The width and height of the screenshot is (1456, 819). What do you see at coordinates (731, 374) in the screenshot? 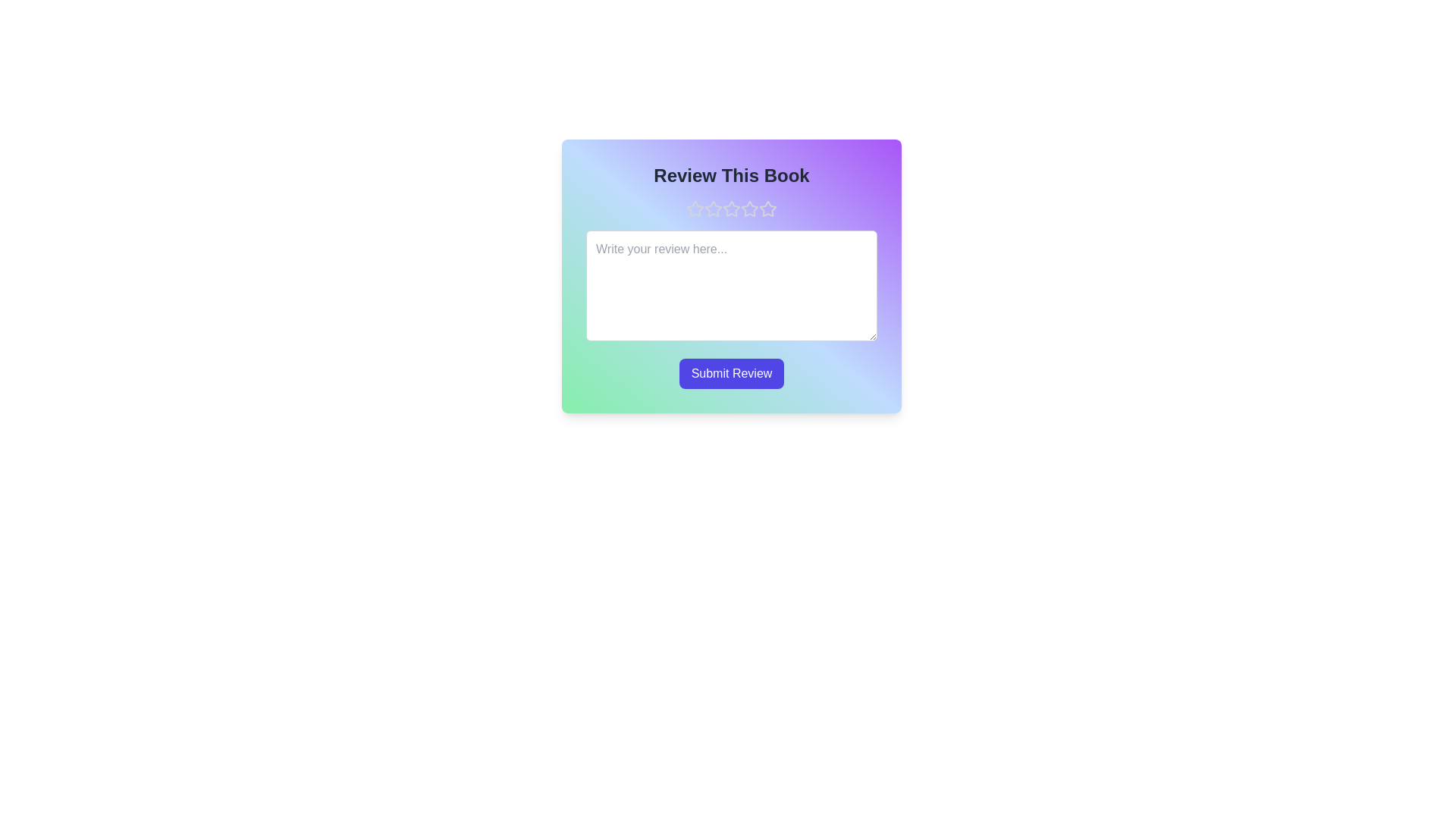
I see `the 'Submit Review' button` at bounding box center [731, 374].